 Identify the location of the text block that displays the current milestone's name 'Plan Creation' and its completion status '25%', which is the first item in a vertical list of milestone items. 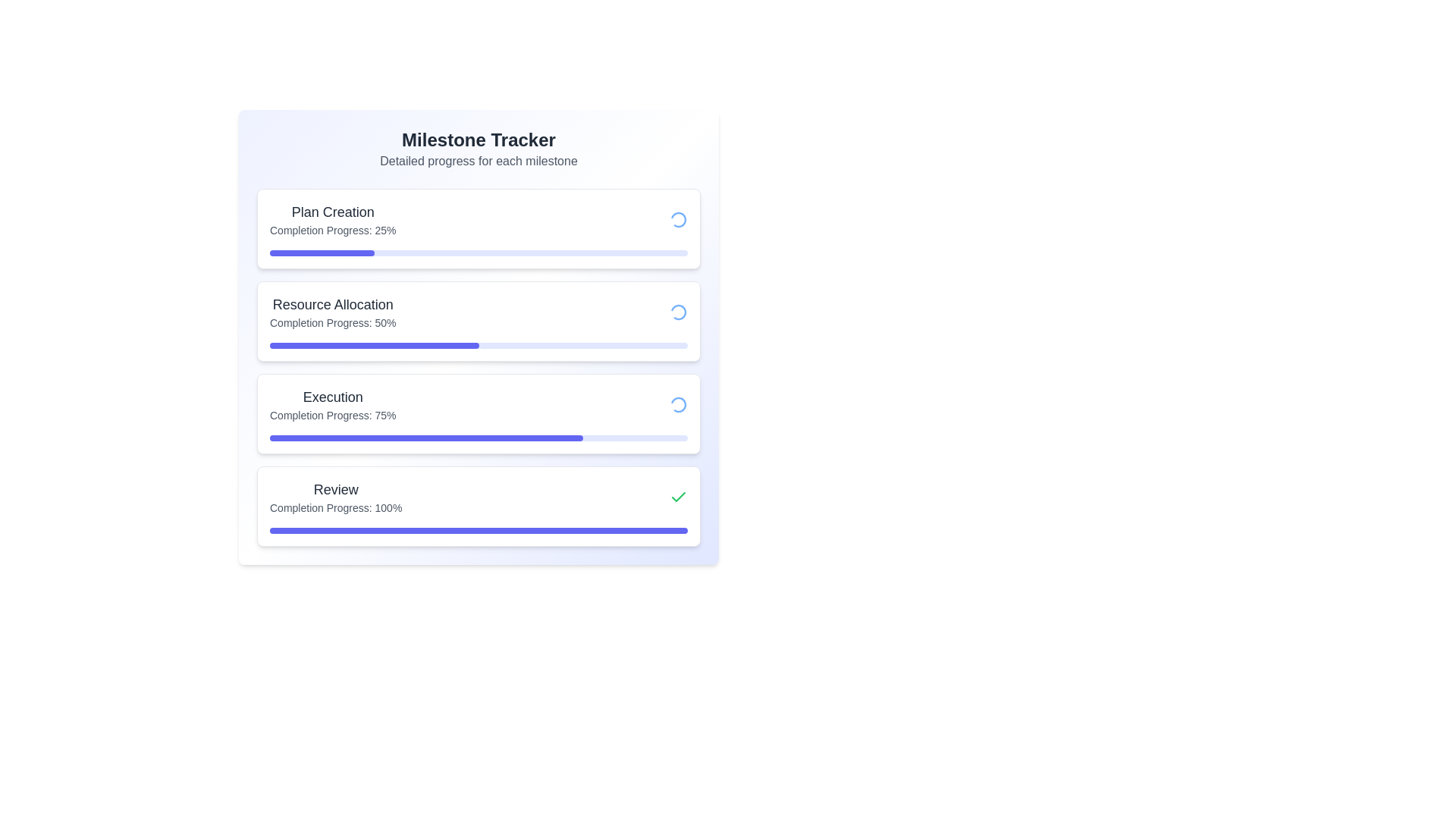
(332, 219).